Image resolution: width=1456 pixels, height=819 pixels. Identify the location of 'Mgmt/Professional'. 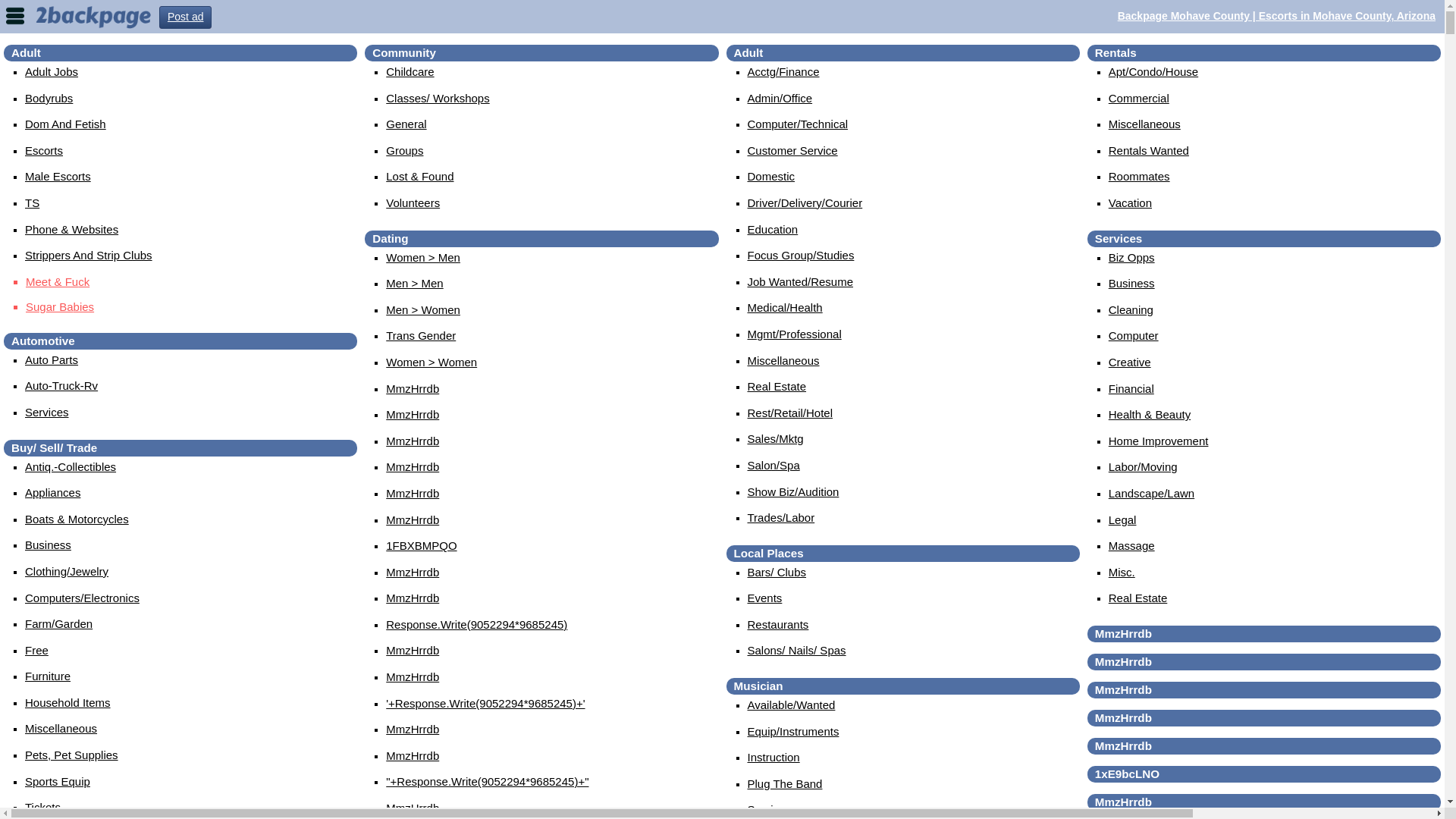
(793, 333).